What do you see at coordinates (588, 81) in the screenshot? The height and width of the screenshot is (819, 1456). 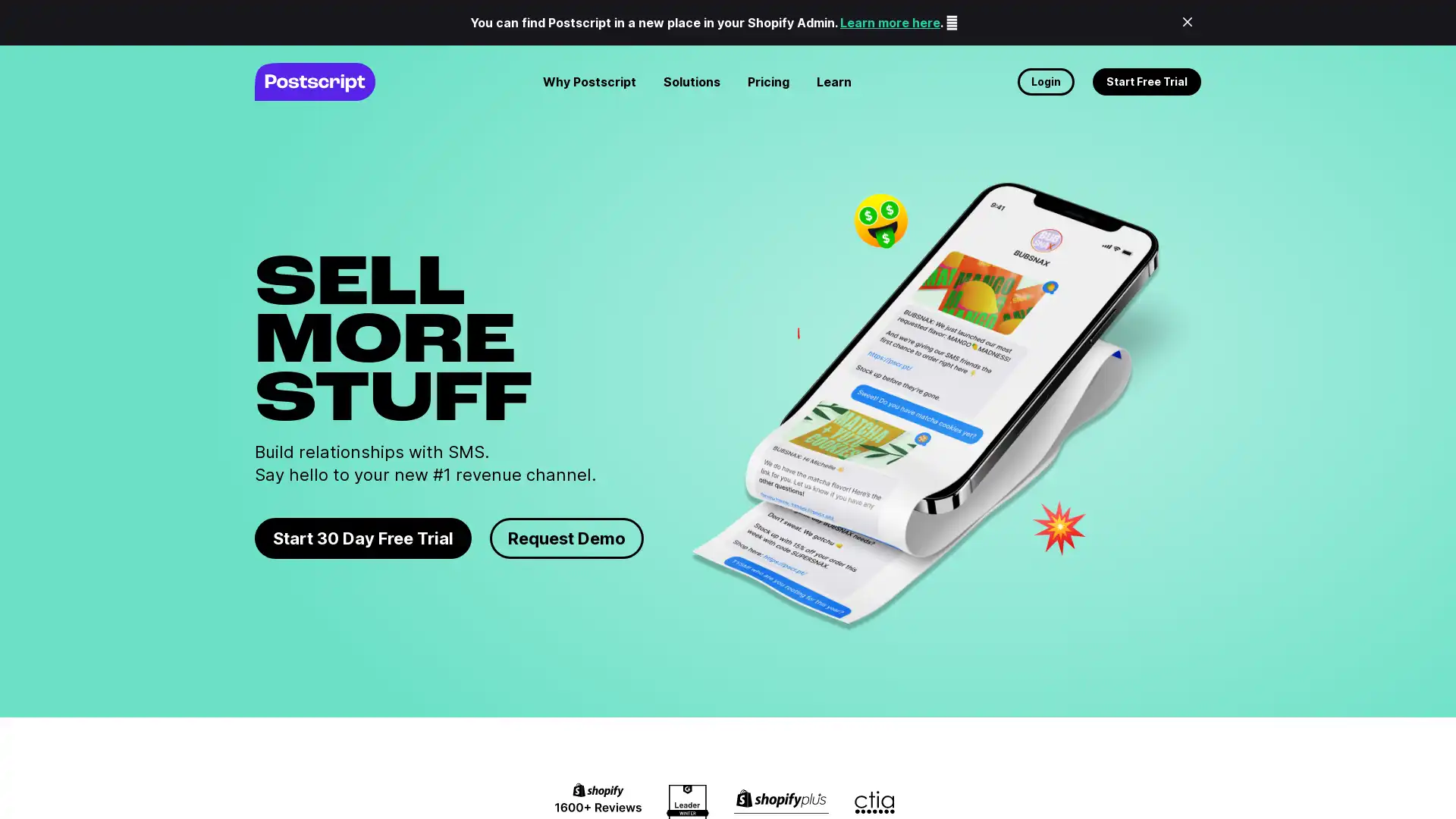 I see `Why Postscript` at bounding box center [588, 81].